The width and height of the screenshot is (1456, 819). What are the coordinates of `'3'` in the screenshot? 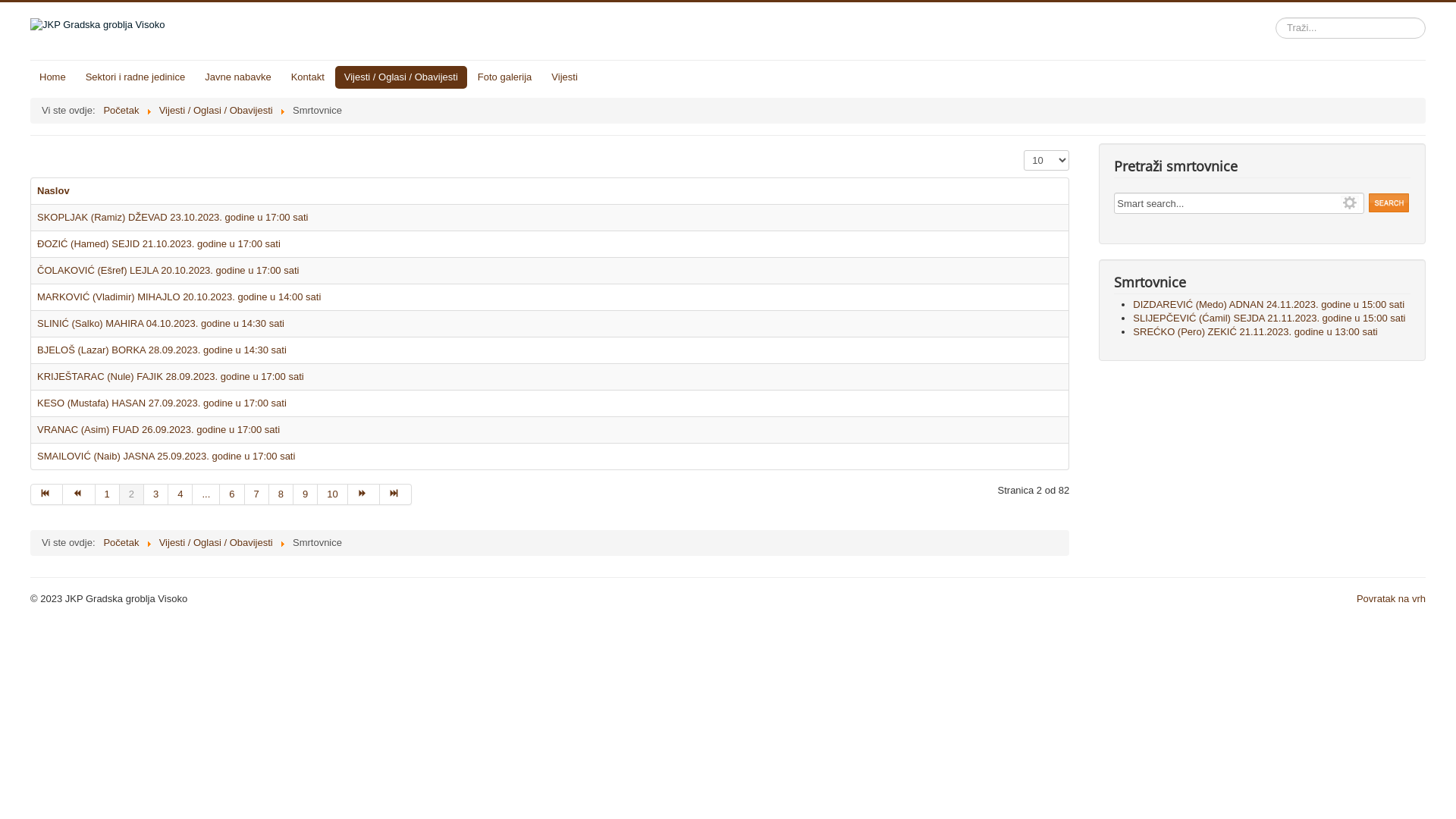 It's located at (156, 494).